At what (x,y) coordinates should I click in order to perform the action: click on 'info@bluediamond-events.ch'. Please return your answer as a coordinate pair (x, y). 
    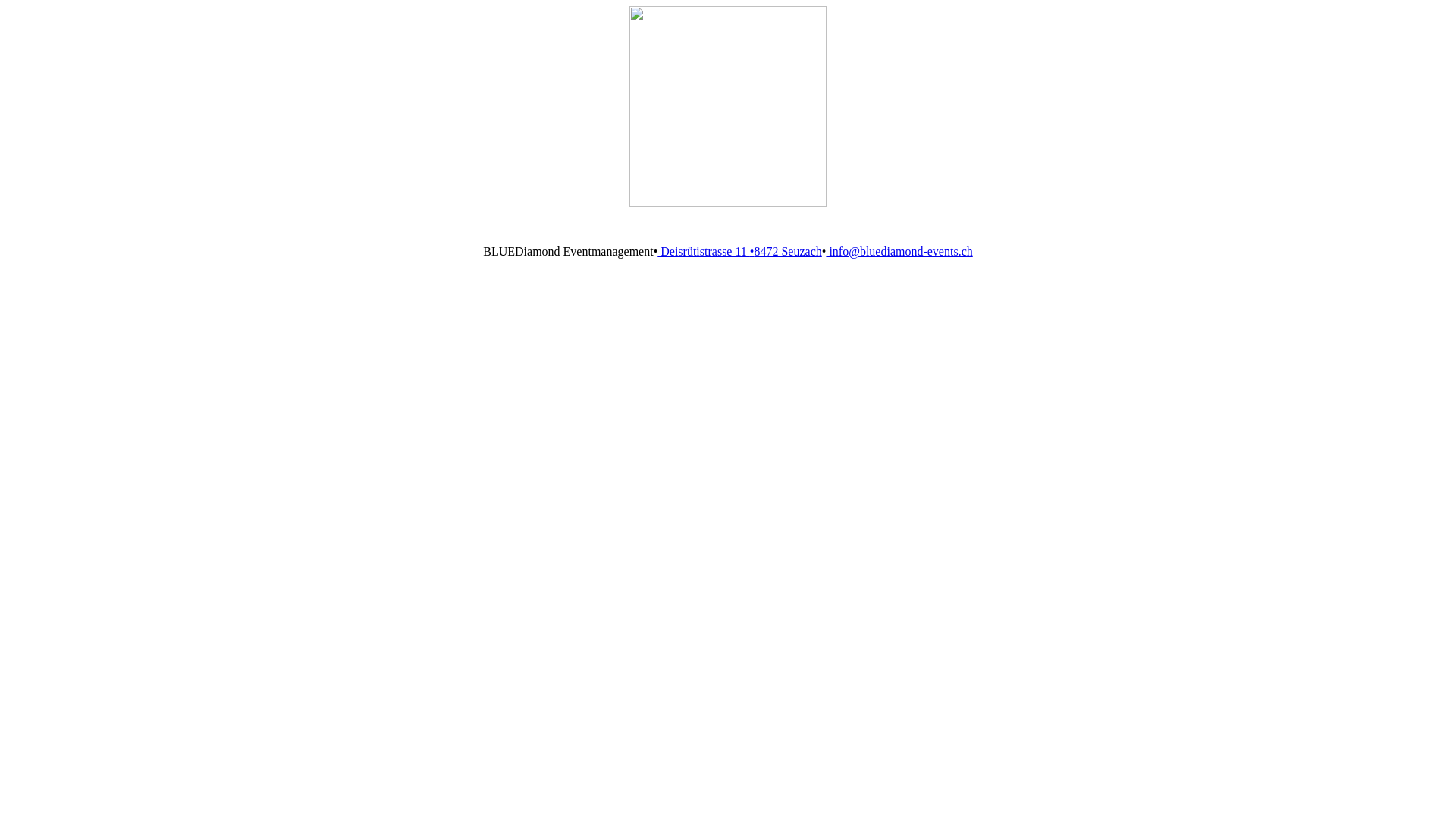
    Looking at the image, I should click on (899, 250).